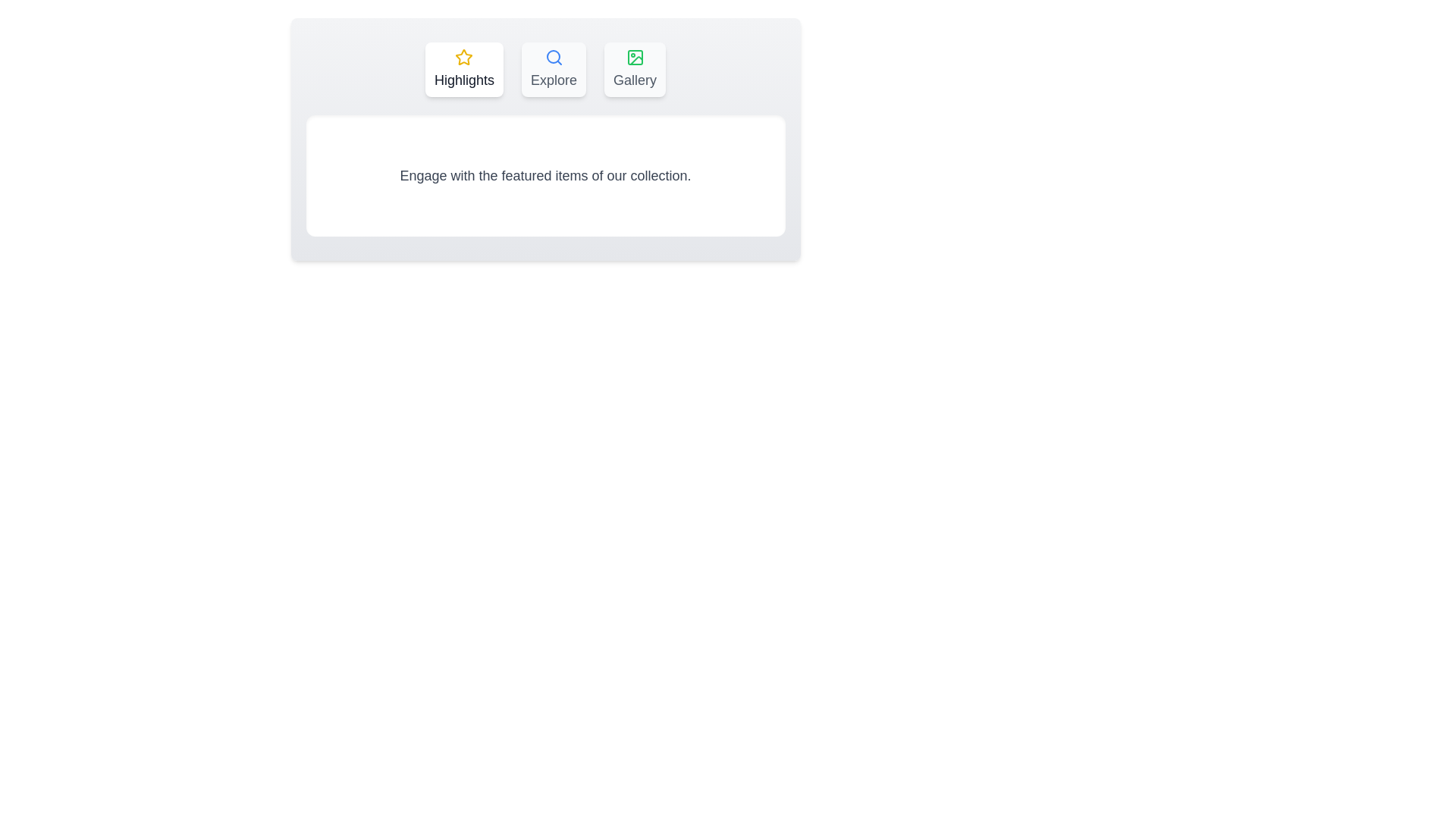 This screenshot has width=1456, height=819. What do you see at coordinates (635, 70) in the screenshot?
I see `the tab Gallery to inspect its visual icon` at bounding box center [635, 70].